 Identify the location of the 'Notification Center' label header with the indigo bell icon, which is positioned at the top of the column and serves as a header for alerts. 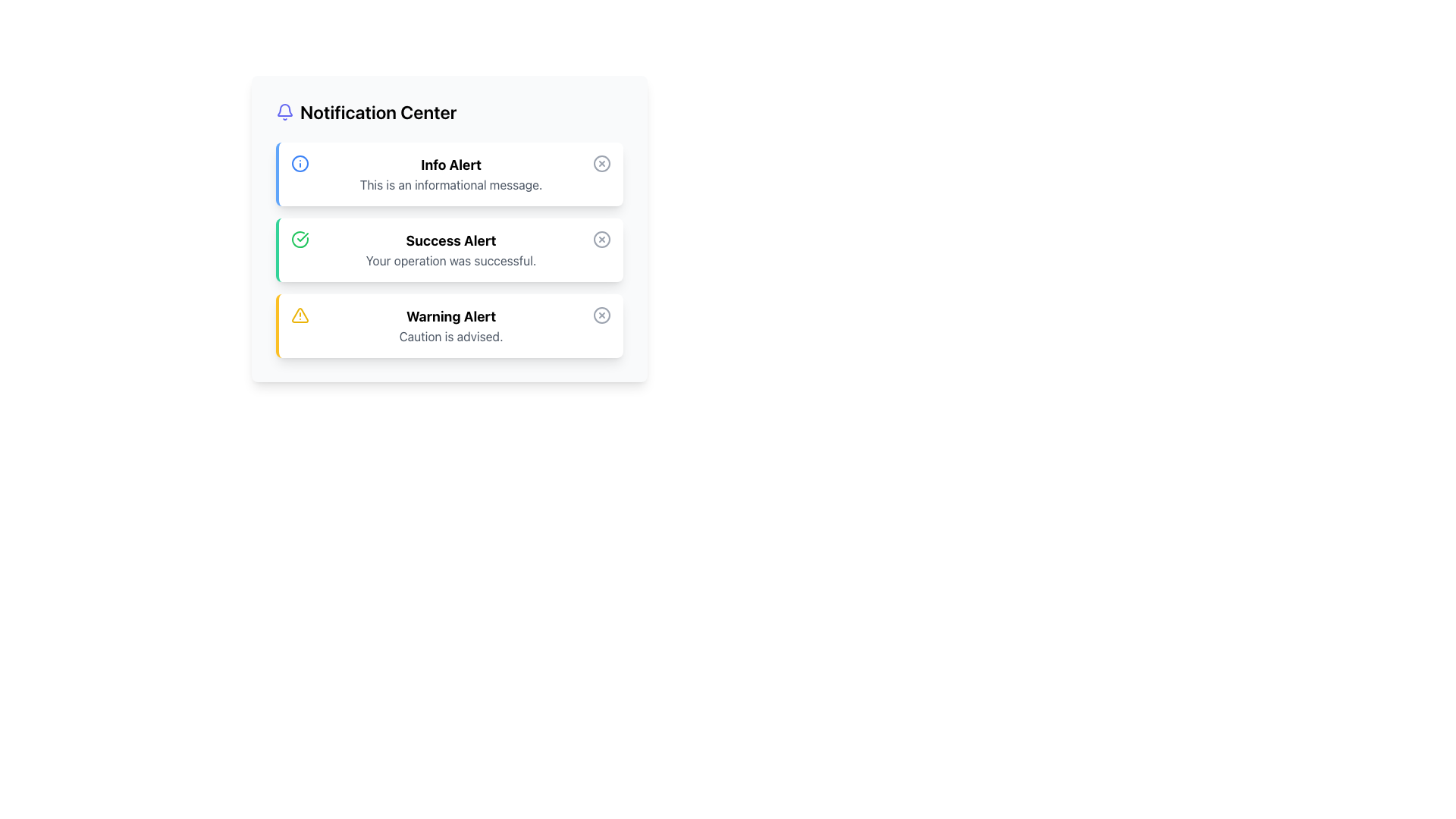
(449, 111).